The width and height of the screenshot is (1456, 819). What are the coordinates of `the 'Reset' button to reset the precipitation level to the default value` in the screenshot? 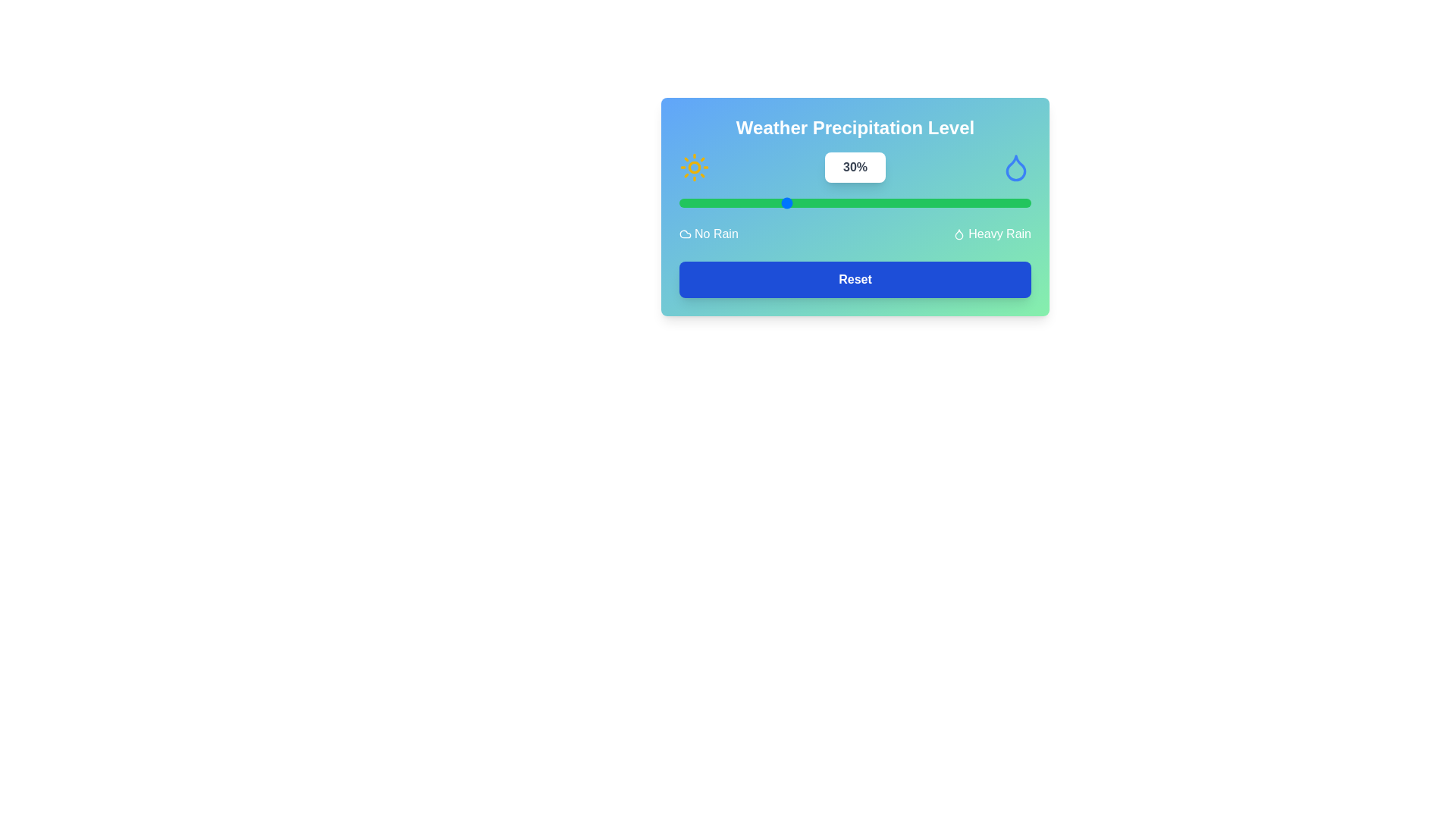 It's located at (855, 280).